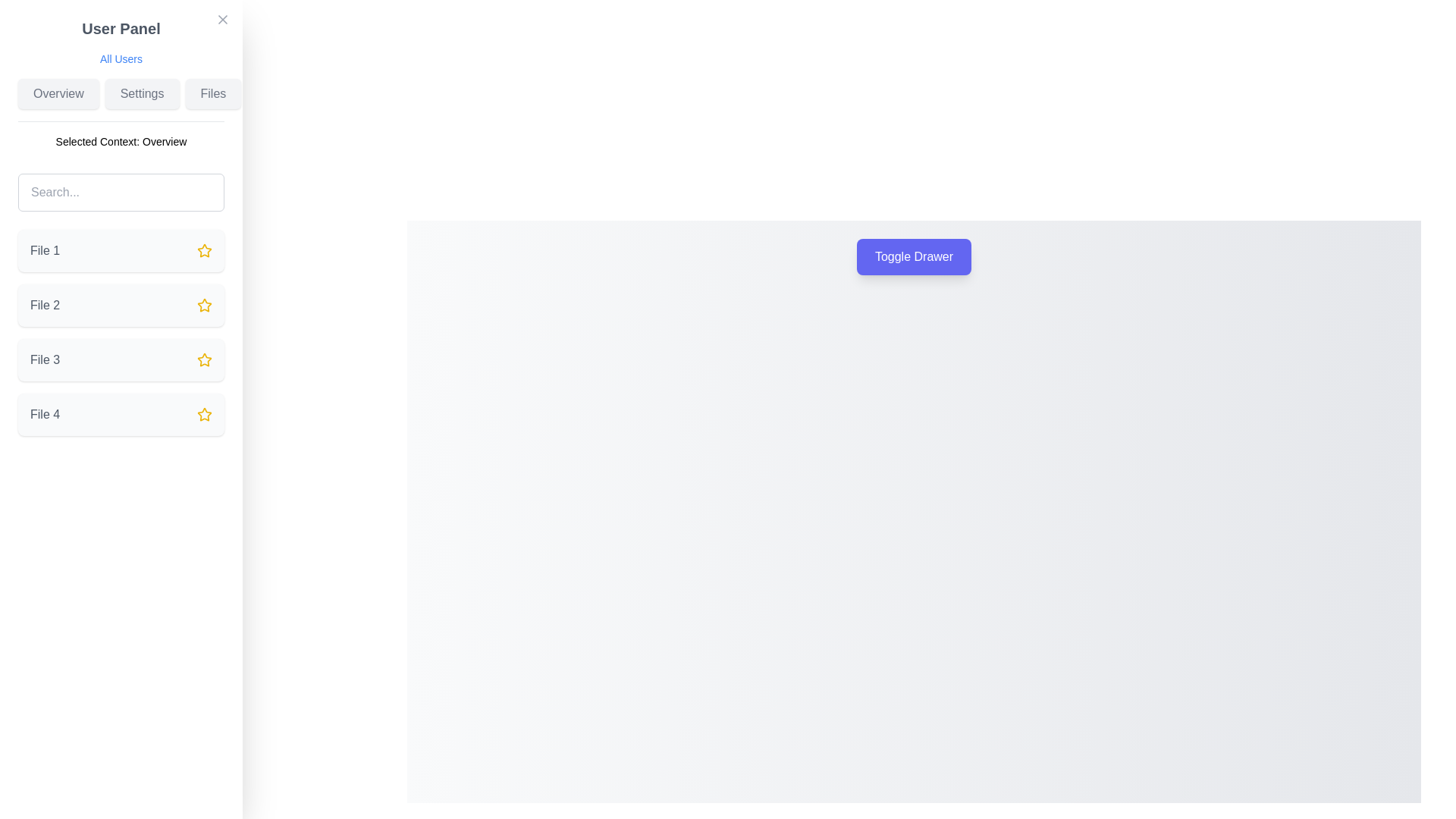  What do you see at coordinates (120, 141) in the screenshot?
I see `the text label displaying 'Selected Context: Overview', which is positioned within the 'User Panel' below the buttons and above the search bar` at bounding box center [120, 141].